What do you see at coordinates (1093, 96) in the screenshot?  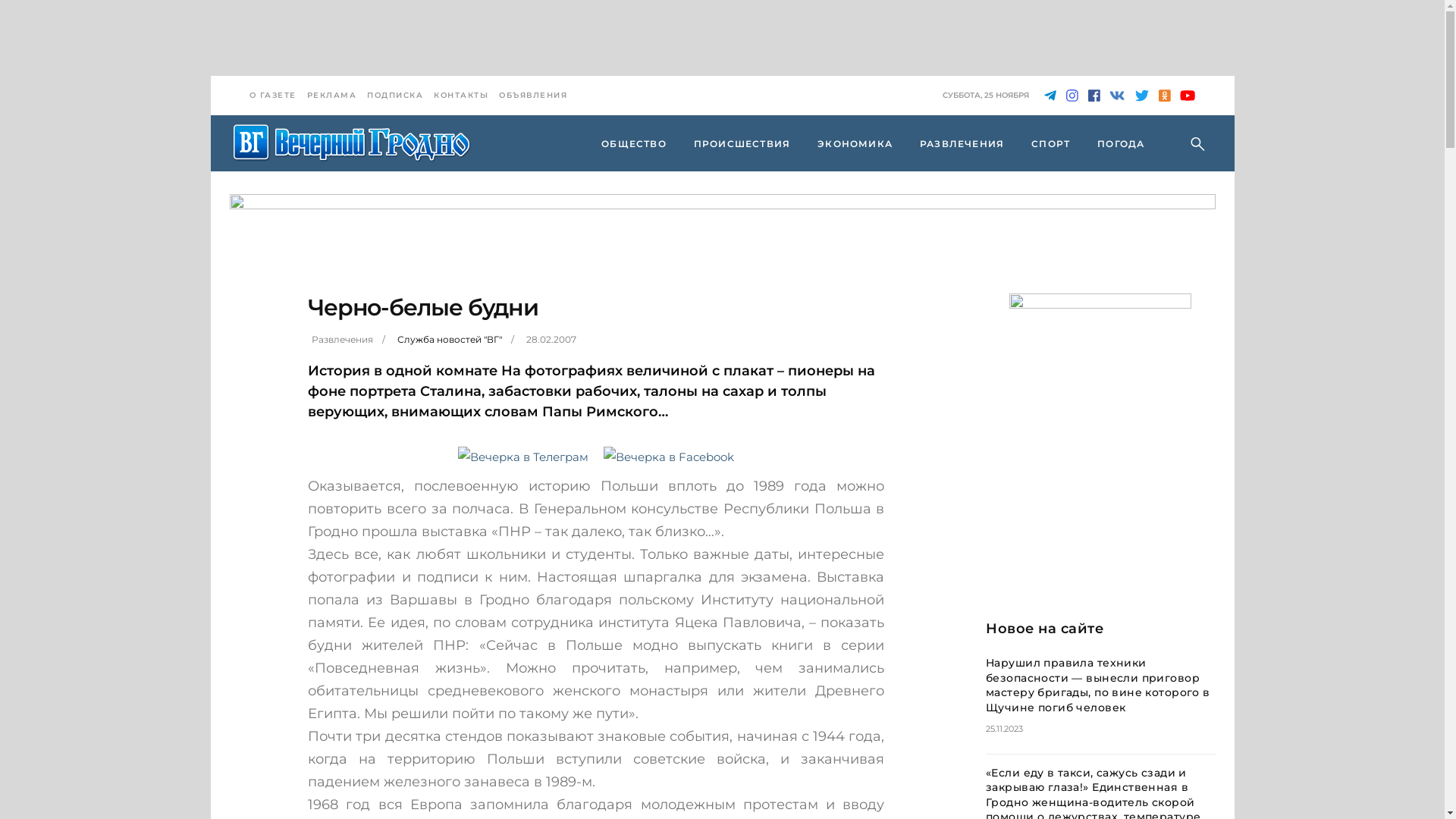 I see `'Facebook'` at bounding box center [1093, 96].